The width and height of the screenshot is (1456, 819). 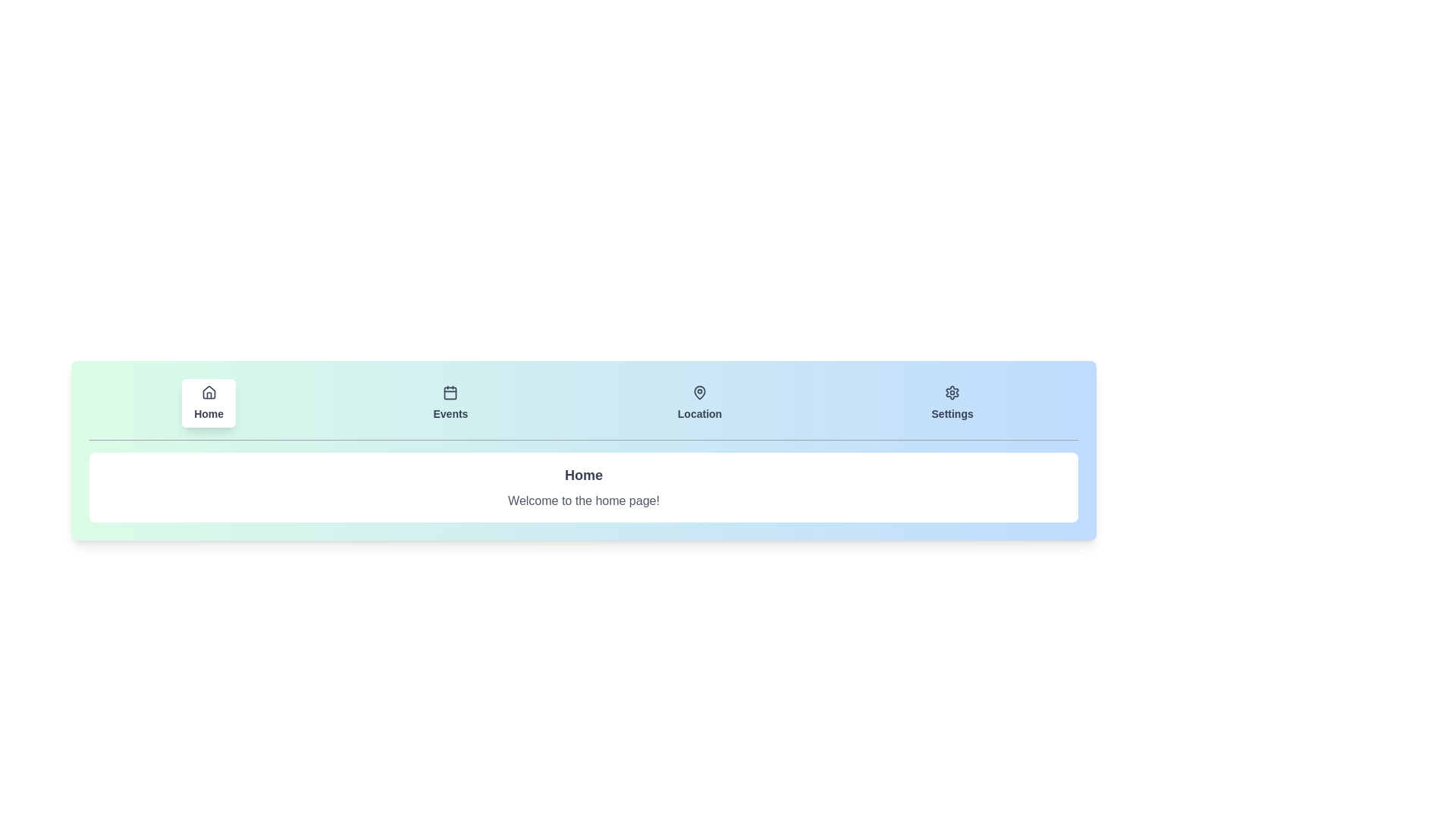 What do you see at coordinates (698, 403) in the screenshot?
I see `the tab corresponding to Location` at bounding box center [698, 403].